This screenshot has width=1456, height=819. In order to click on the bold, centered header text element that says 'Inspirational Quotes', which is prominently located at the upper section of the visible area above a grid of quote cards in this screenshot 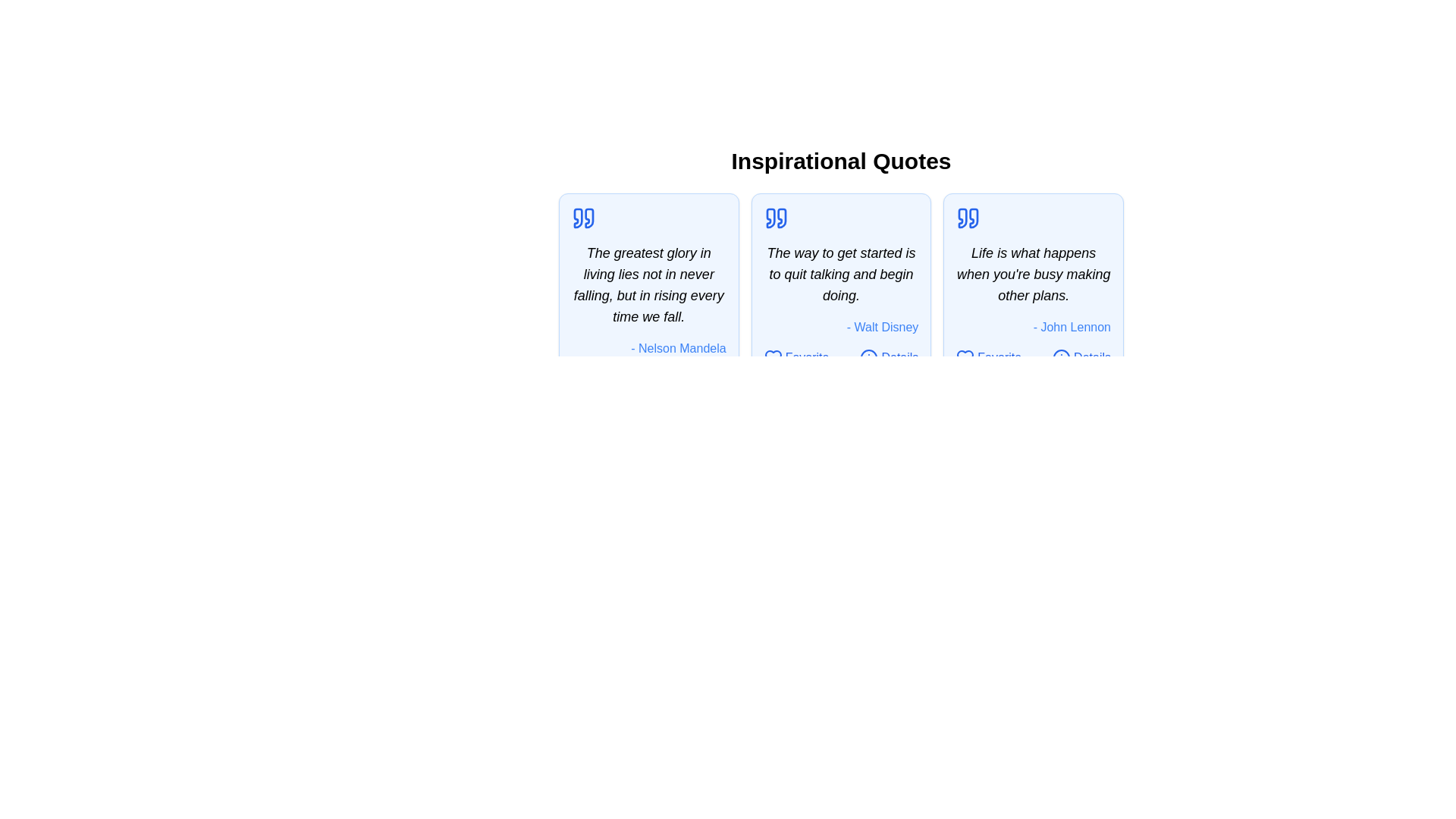, I will do `click(840, 161)`.